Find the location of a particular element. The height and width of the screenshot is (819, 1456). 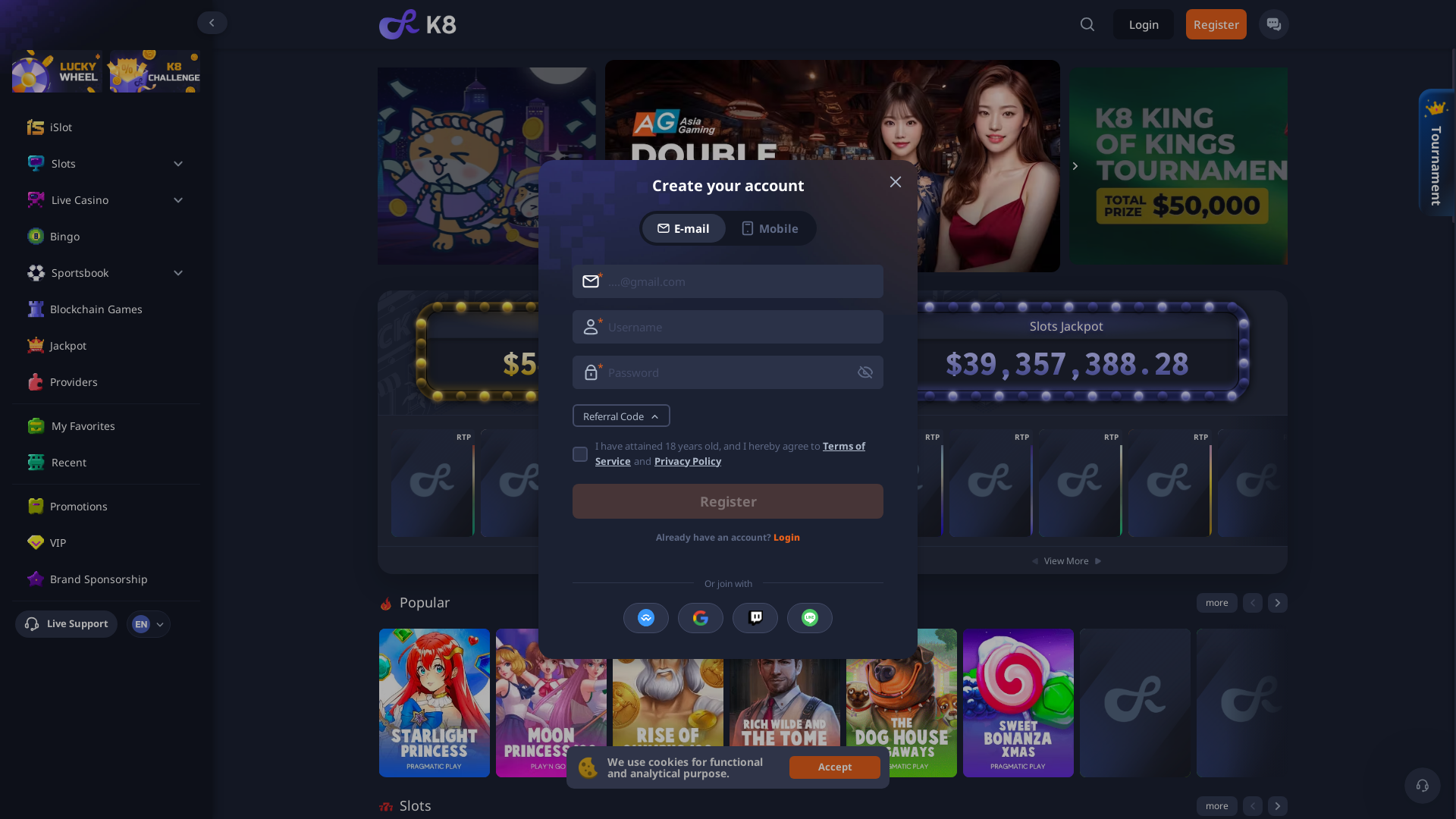

'next' is located at coordinates (1276, 805).